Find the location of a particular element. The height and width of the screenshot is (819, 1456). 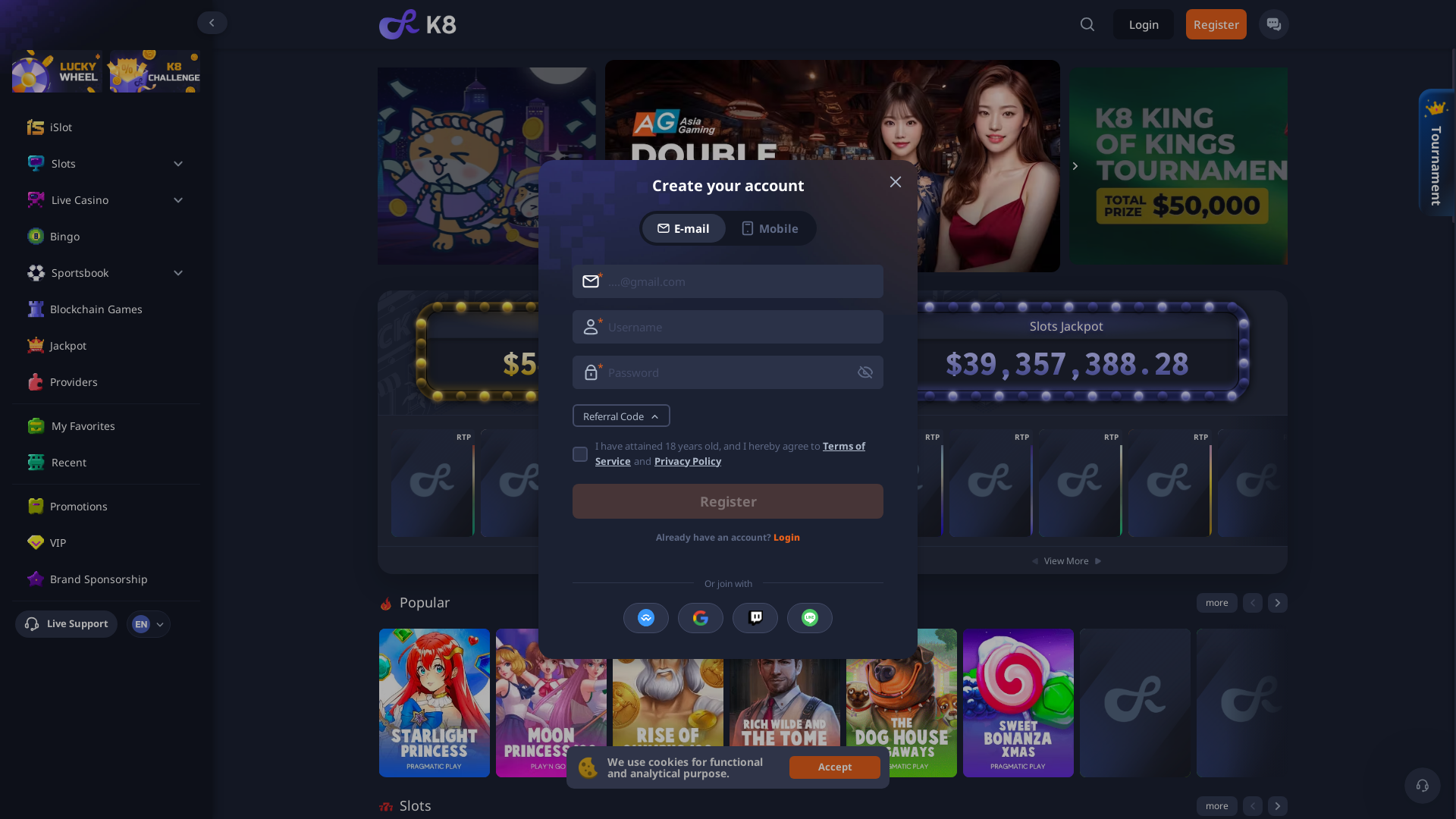

'next' is located at coordinates (1276, 805).